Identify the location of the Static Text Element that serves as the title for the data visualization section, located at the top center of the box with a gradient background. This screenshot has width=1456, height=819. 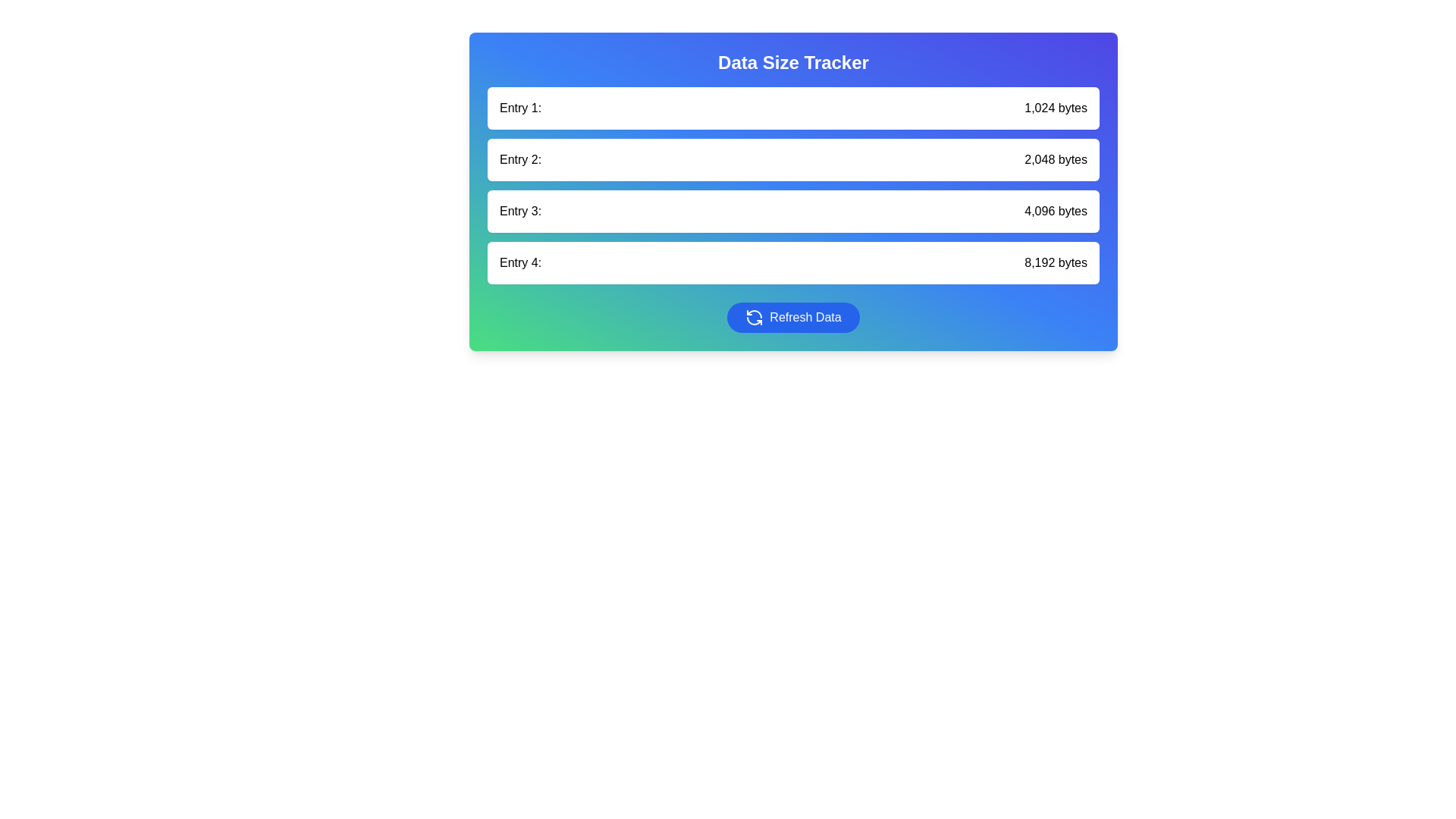
(792, 62).